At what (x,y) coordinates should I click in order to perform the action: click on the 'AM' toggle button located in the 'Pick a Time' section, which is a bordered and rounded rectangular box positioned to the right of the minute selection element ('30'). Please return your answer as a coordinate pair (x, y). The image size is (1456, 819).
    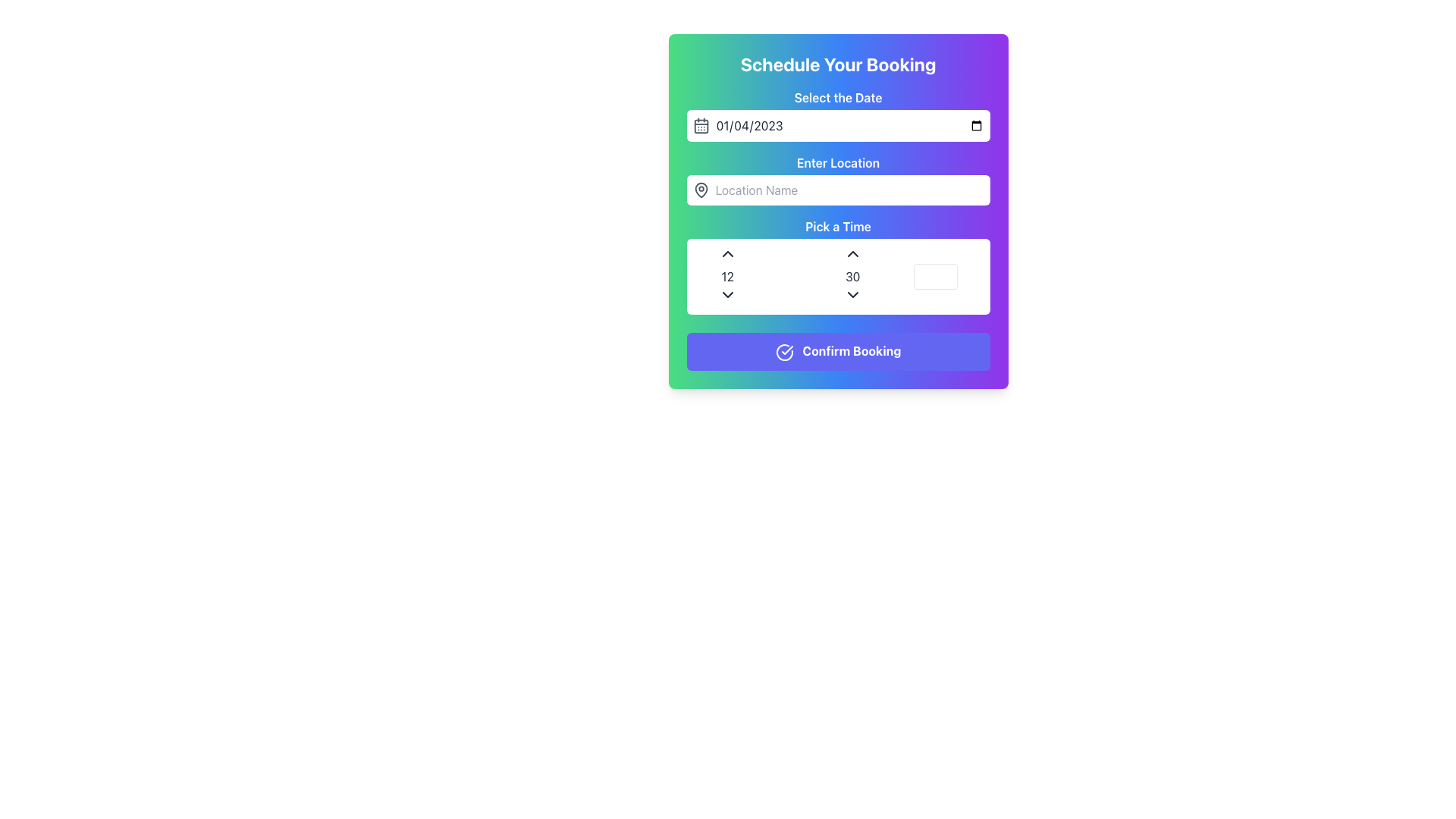
    Looking at the image, I should click on (935, 277).